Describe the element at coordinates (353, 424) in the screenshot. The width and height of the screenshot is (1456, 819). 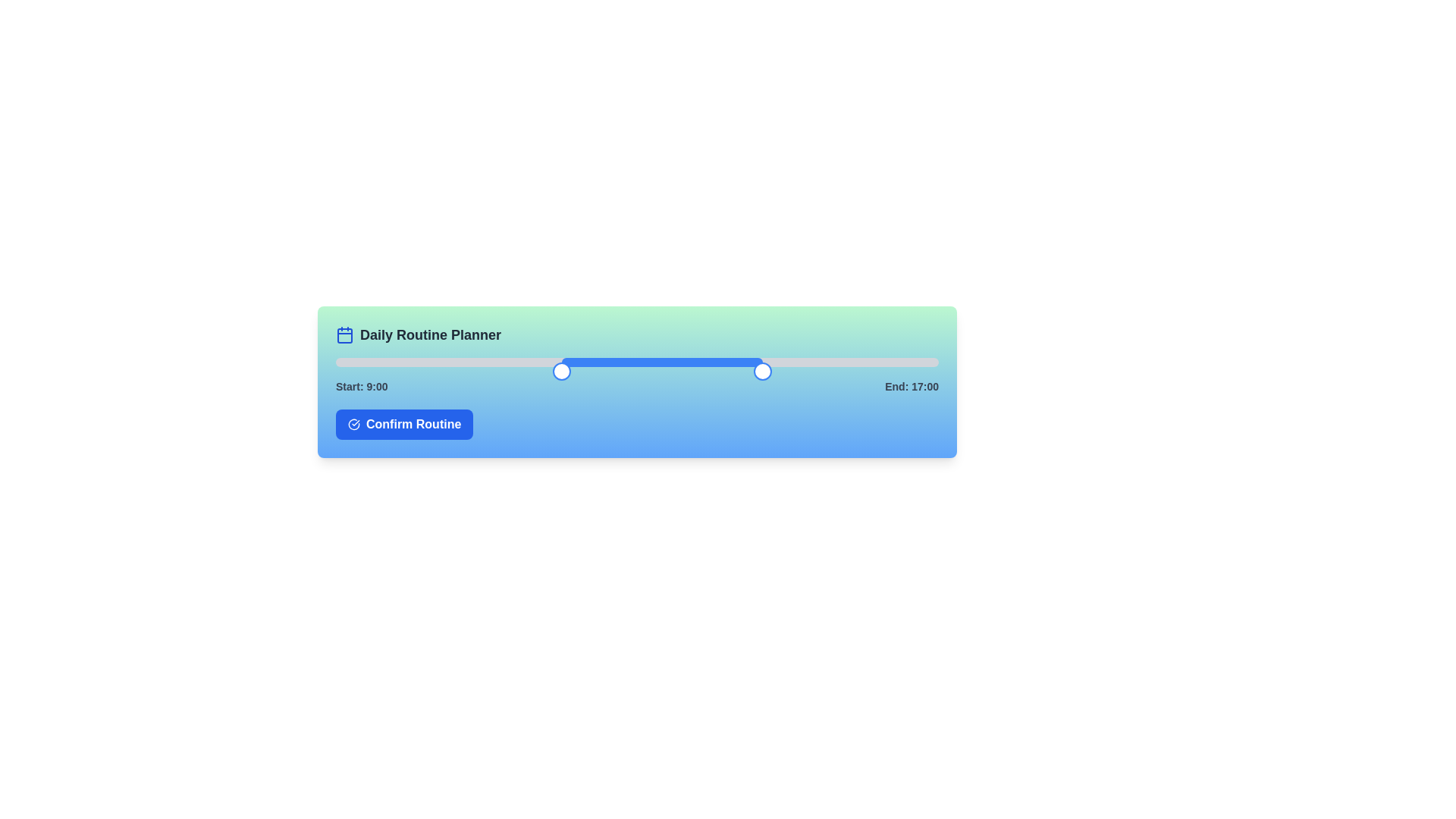
I see `the circular icon with a checkmark located to the left of the 'Confirm Routine' button` at that location.